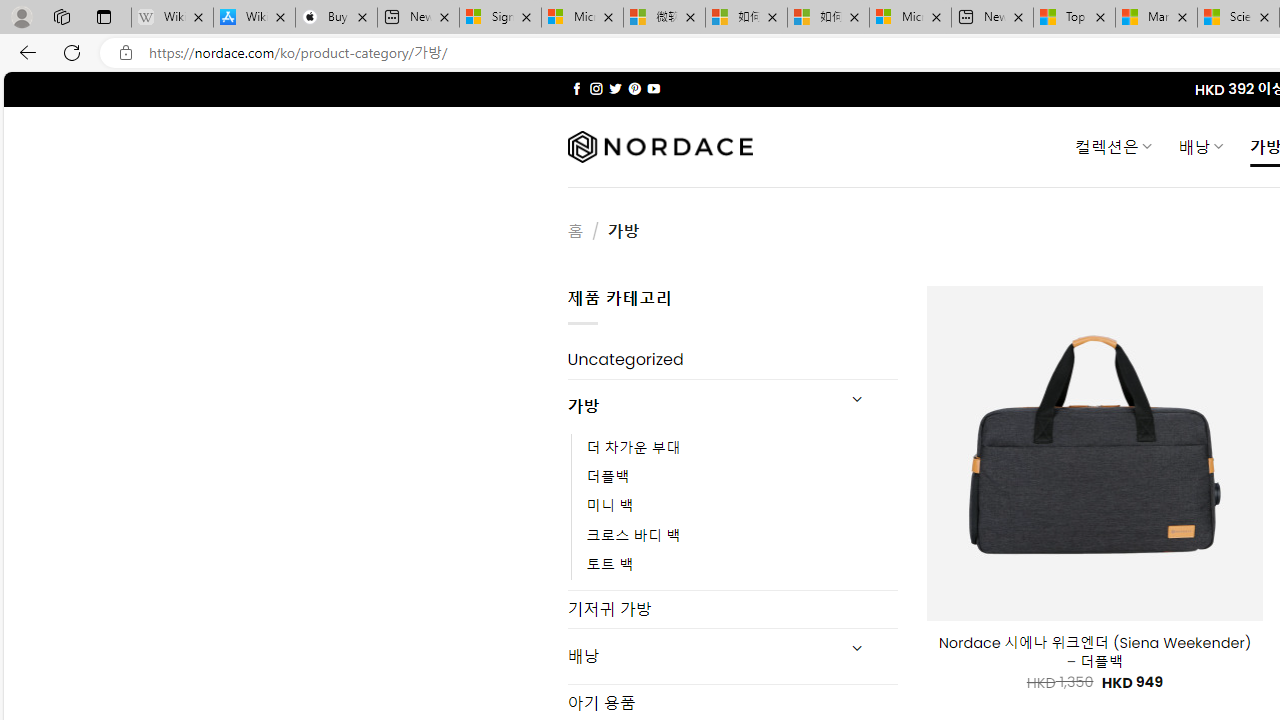 This screenshot has width=1280, height=720. What do you see at coordinates (614, 88) in the screenshot?
I see `'Follow on Twitter'` at bounding box center [614, 88].